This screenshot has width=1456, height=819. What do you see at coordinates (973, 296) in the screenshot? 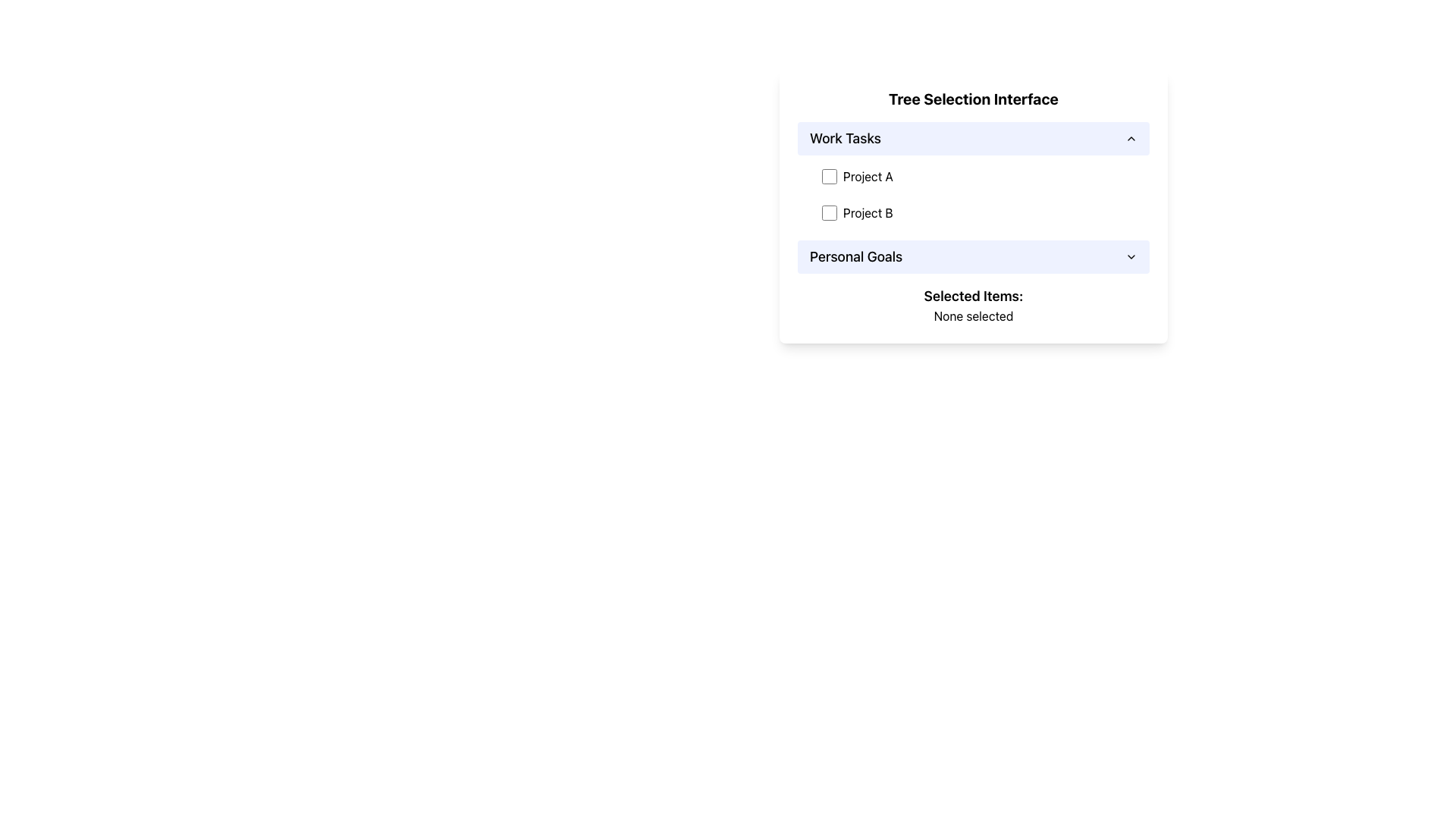
I see `the static text label displaying 'Selected Items:'` at bounding box center [973, 296].